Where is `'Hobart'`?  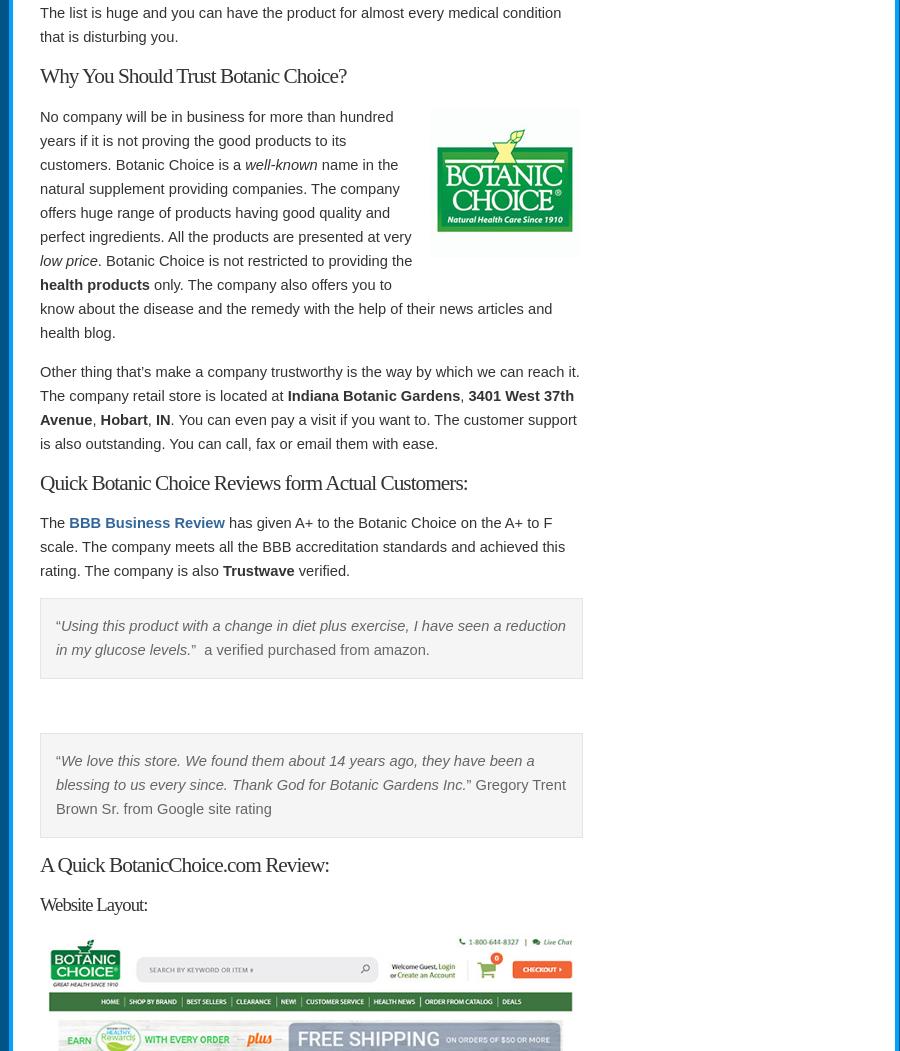
'Hobart' is located at coordinates (123, 419).